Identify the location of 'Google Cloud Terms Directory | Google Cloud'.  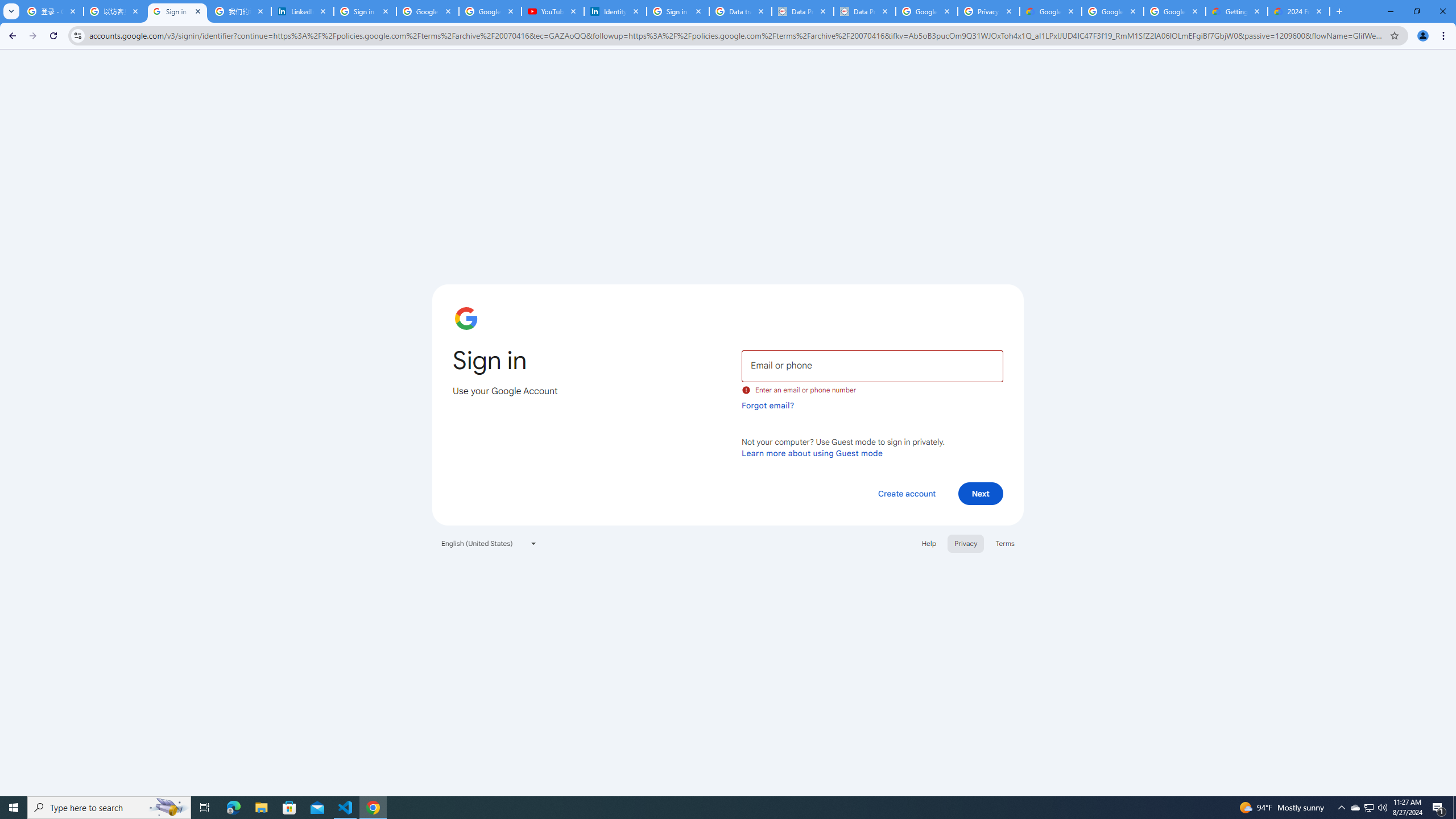
(1050, 11).